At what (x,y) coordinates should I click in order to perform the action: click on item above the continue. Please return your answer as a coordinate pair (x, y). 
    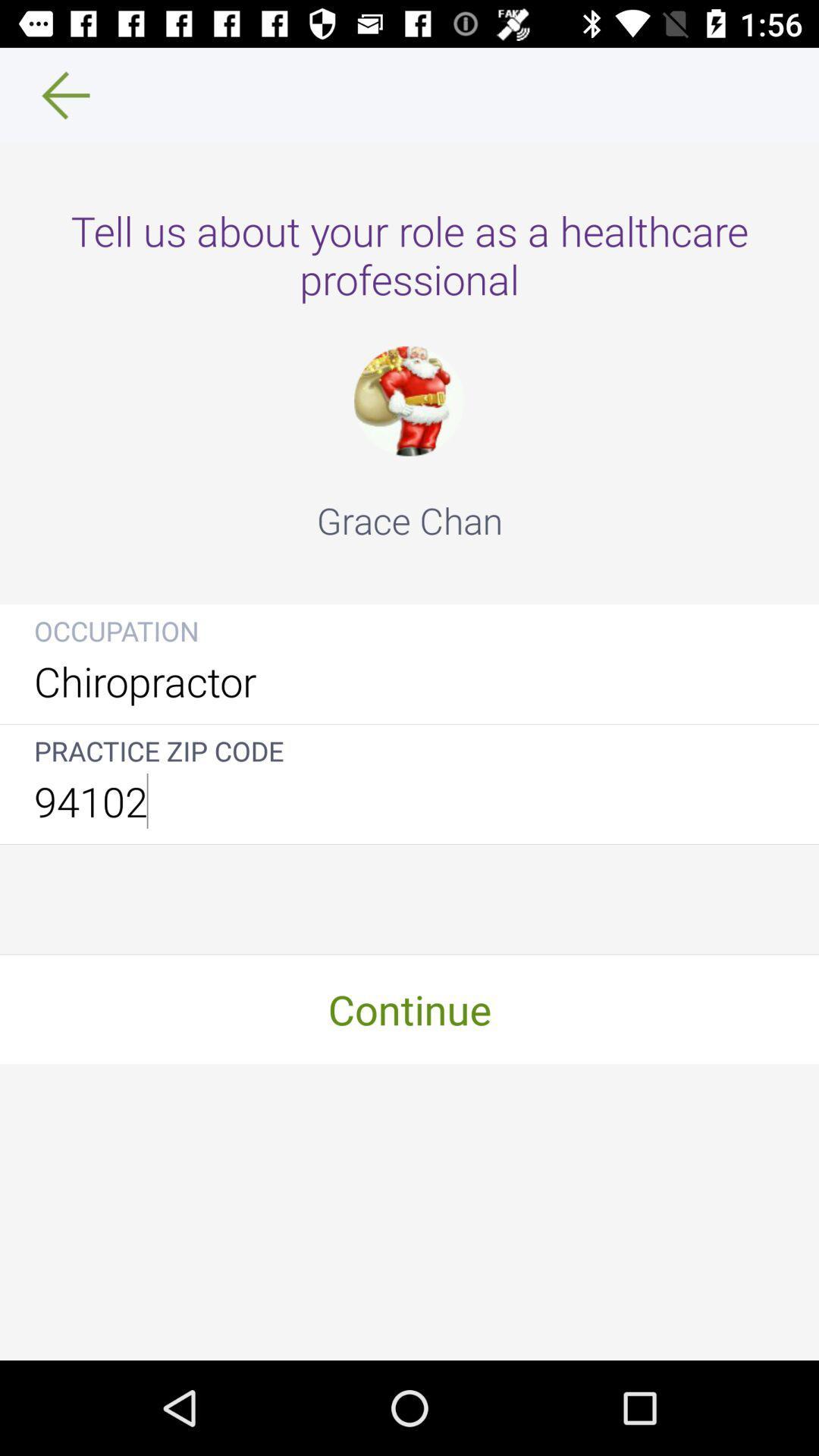
    Looking at the image, I should click on (409, 800).